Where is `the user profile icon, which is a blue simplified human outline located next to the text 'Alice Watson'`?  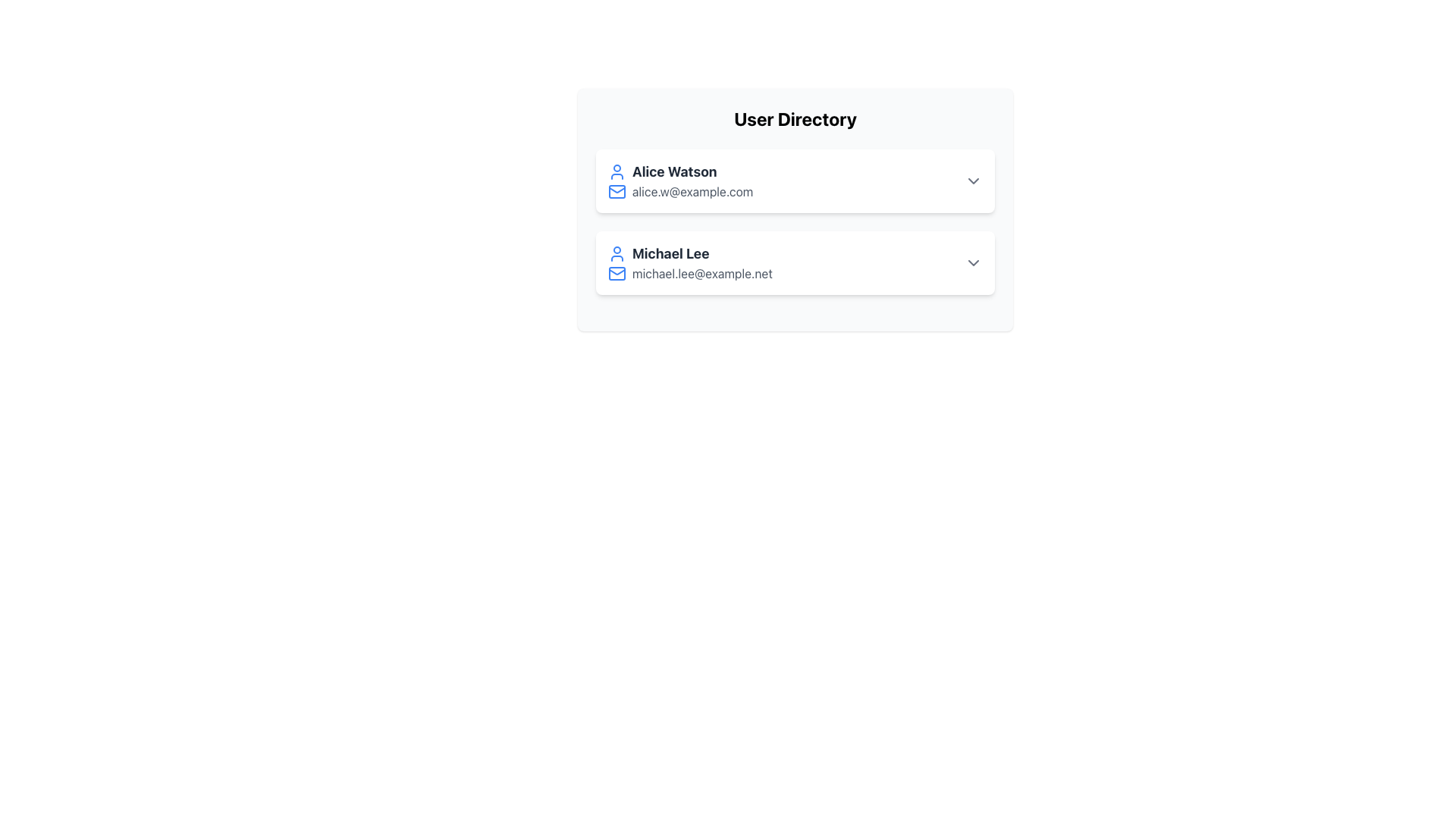 the user profile icon, which is a blue simplified human outline located next to the text 'Alice Watson' is located at coordinates (617, 171).